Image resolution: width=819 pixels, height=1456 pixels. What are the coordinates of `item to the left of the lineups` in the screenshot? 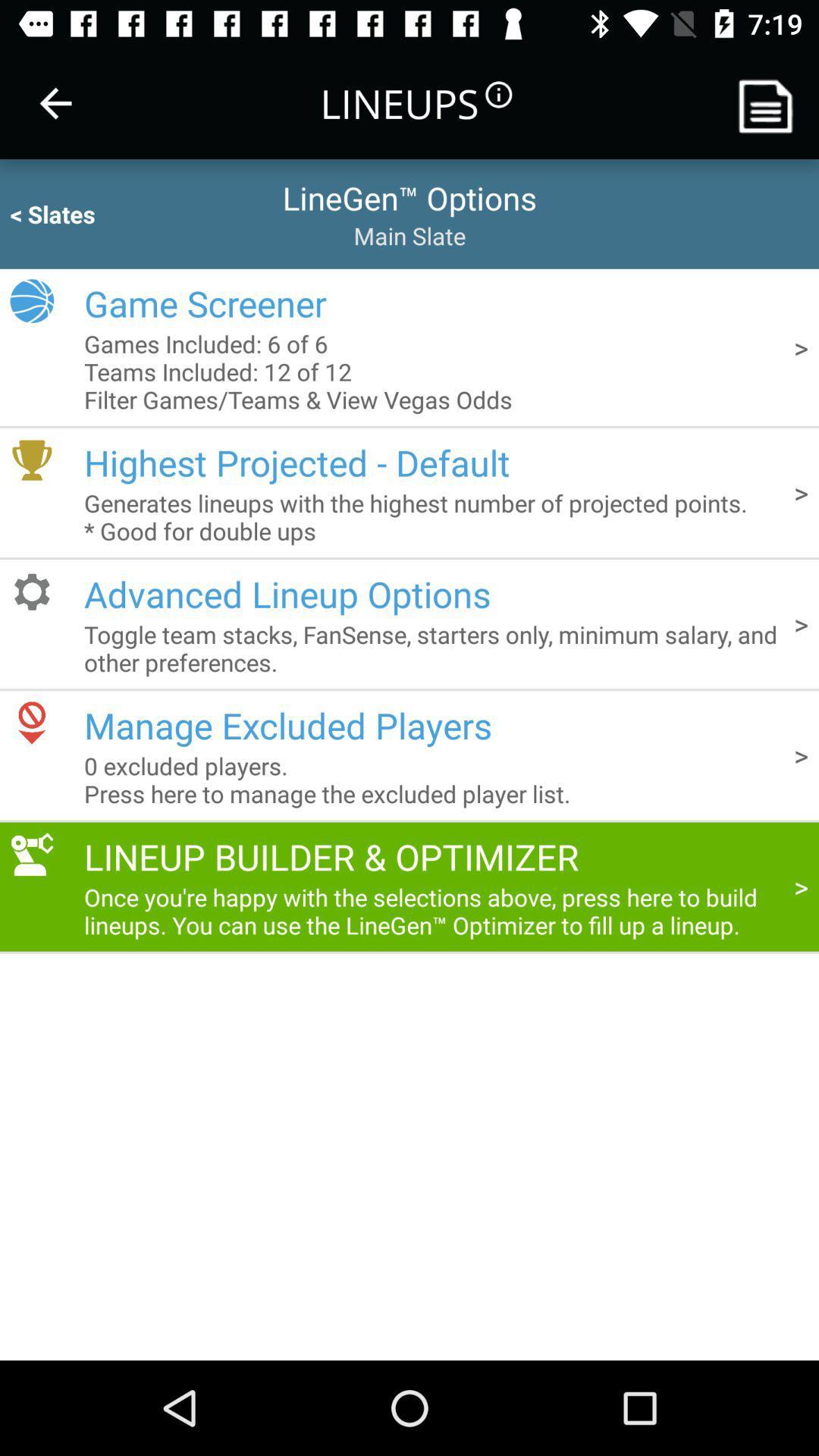 It's located at (55, 102).